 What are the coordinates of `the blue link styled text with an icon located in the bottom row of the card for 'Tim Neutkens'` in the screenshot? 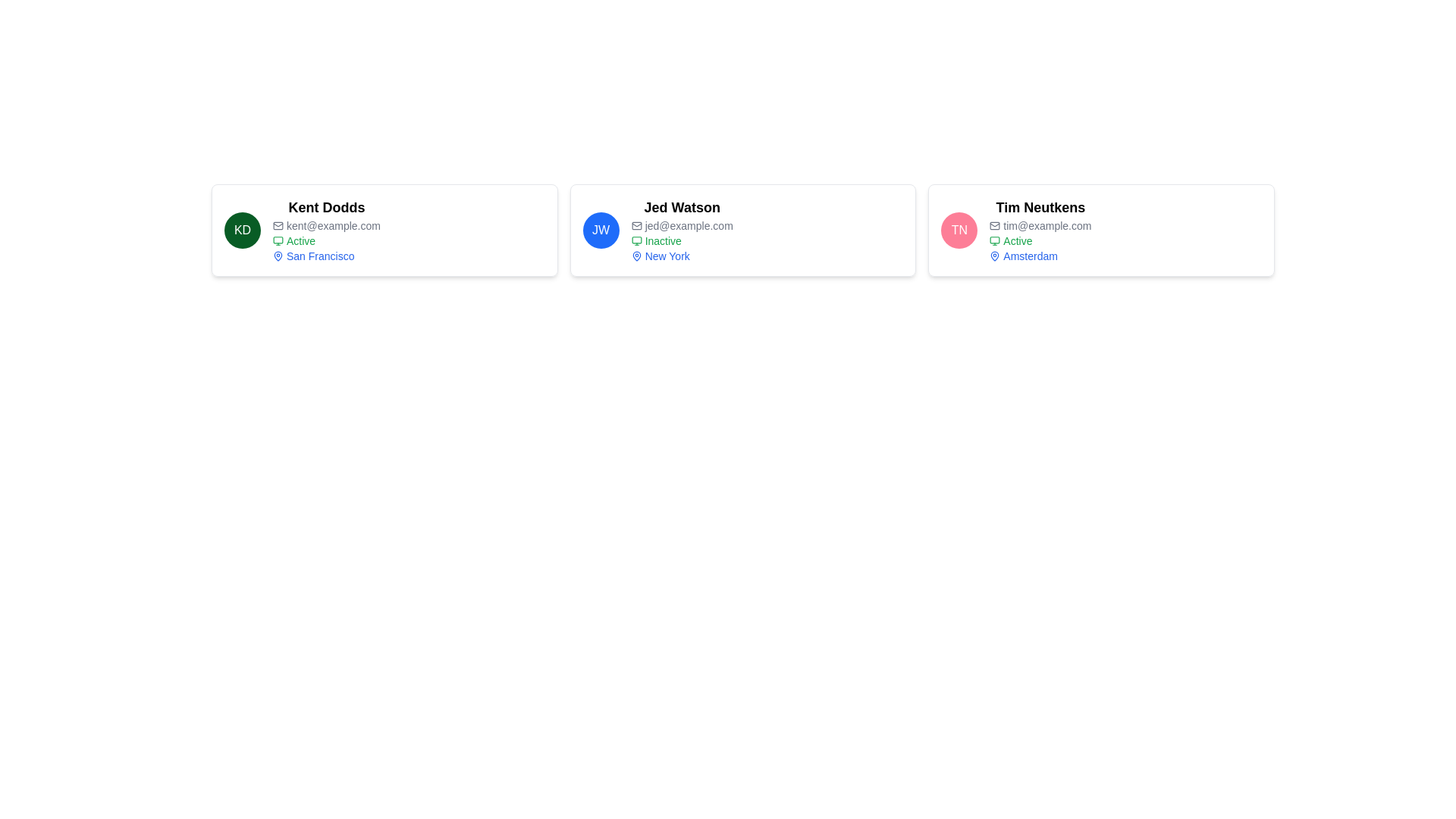 It's located at (1040, 256).